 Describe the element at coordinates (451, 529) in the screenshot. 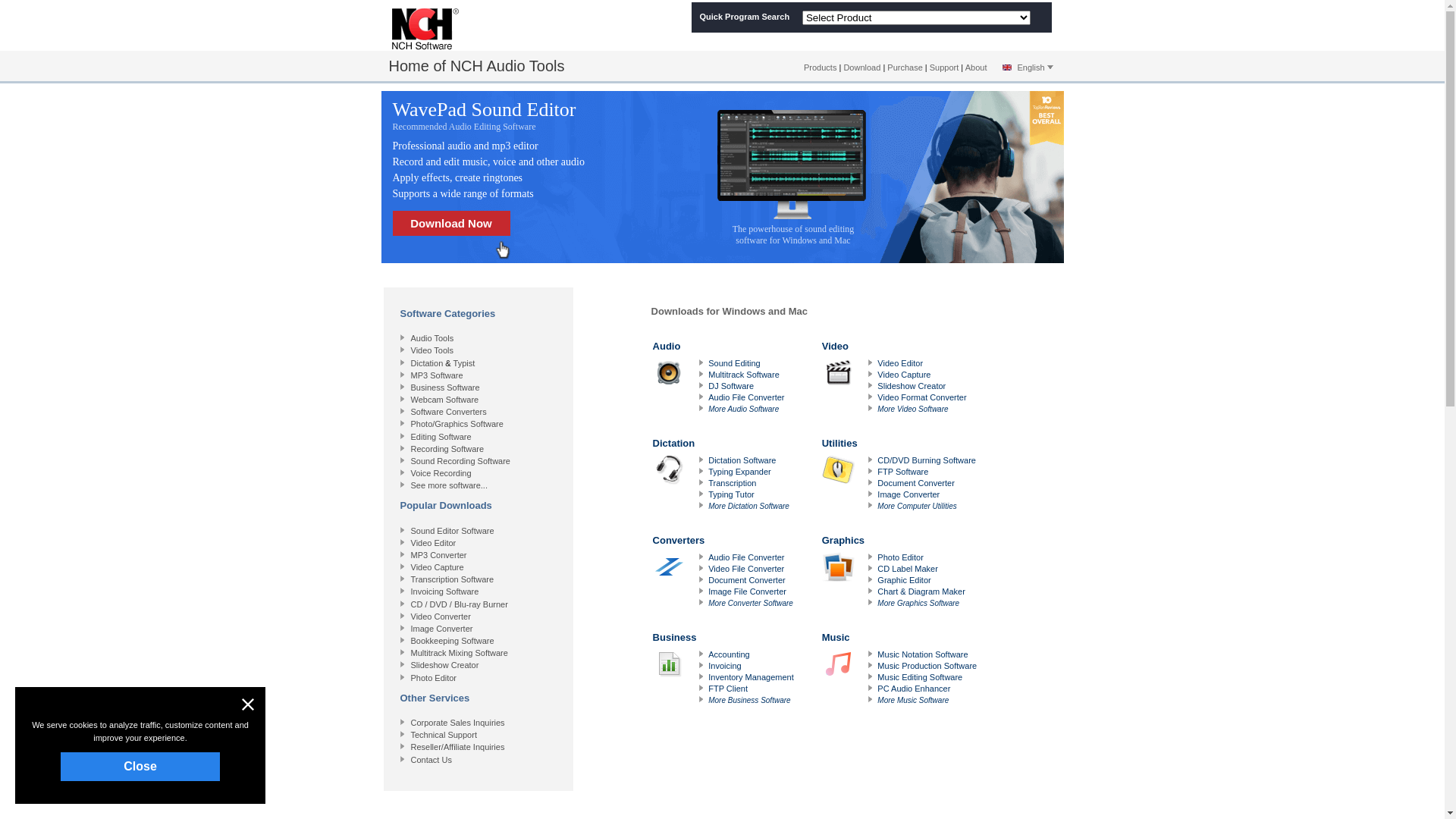

I see `'Sound Editor Software'` at that location.